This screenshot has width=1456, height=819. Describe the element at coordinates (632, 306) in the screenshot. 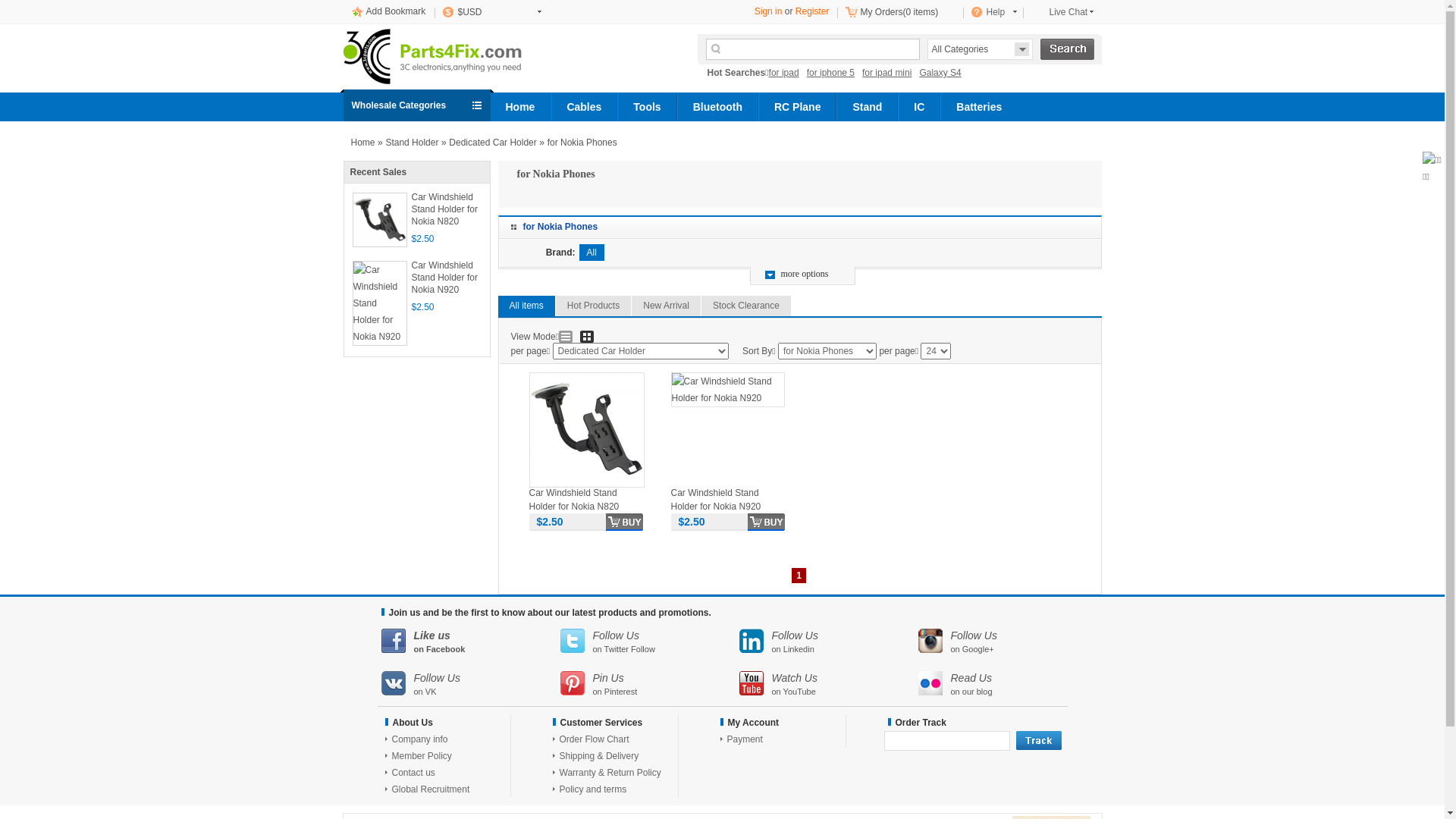

I see `'New Arrival'` at that location.